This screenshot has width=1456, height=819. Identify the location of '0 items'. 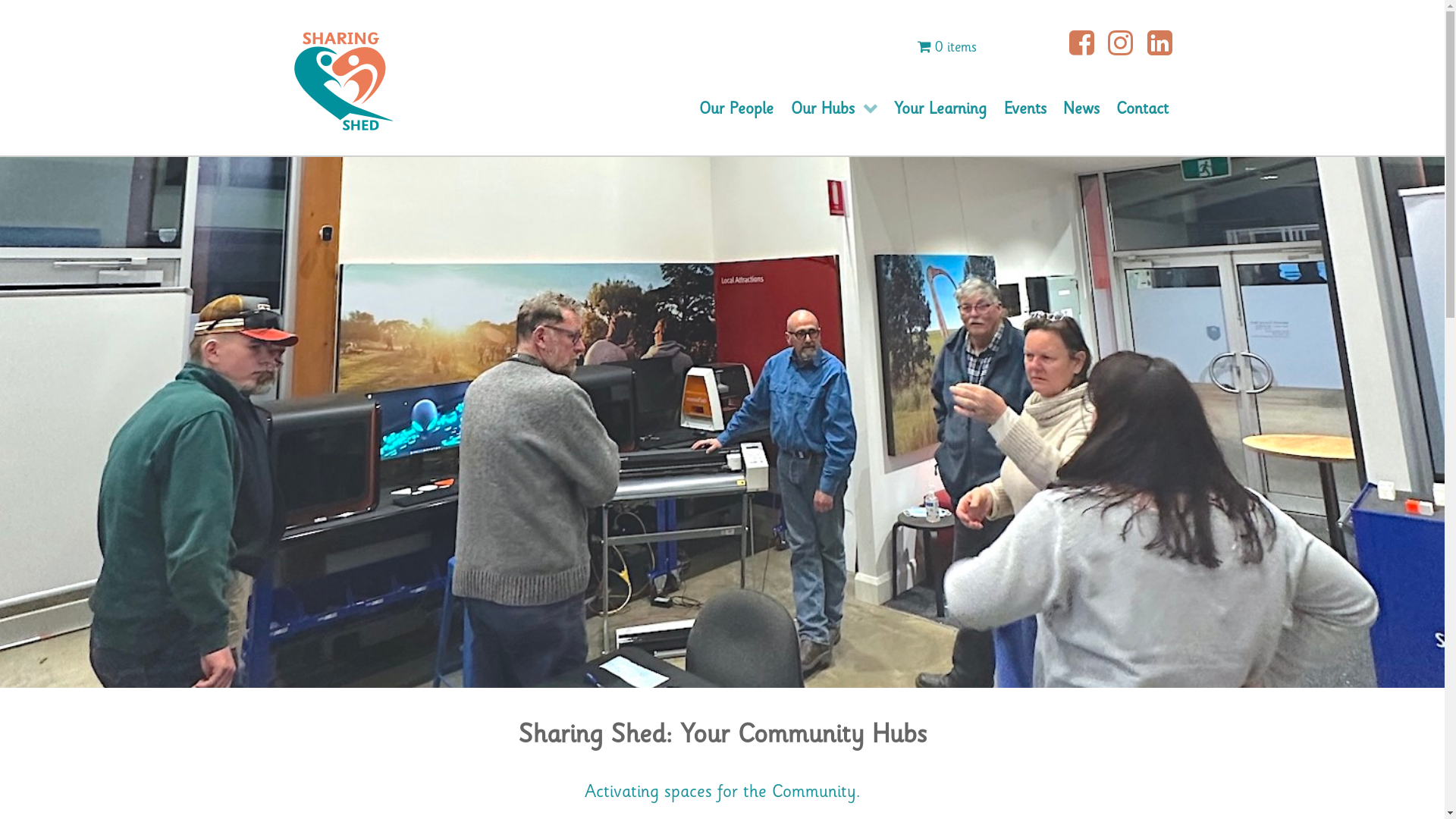
(946, 46).